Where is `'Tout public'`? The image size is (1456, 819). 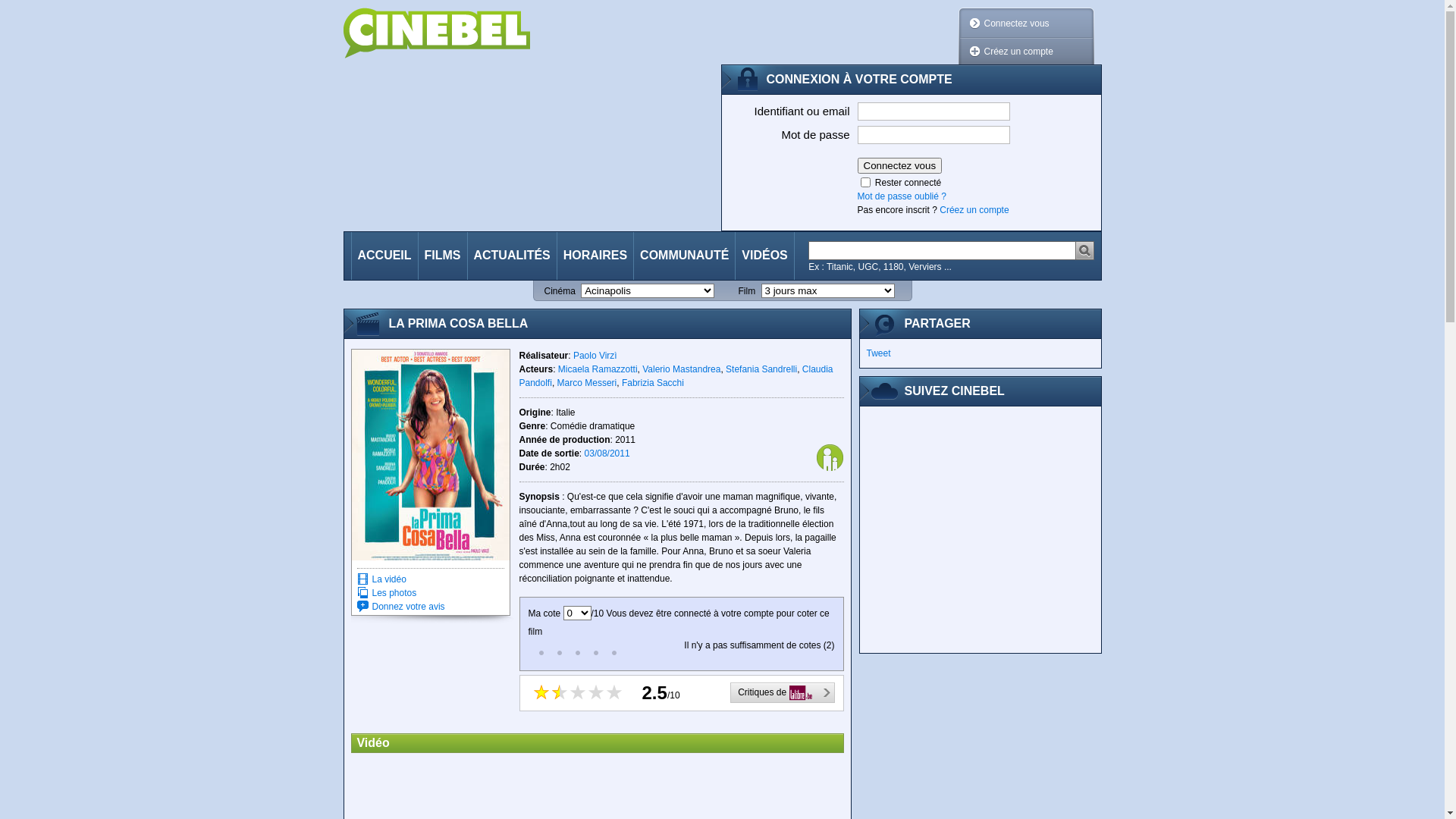
'Tout public' is located at coordinates (829, 457).